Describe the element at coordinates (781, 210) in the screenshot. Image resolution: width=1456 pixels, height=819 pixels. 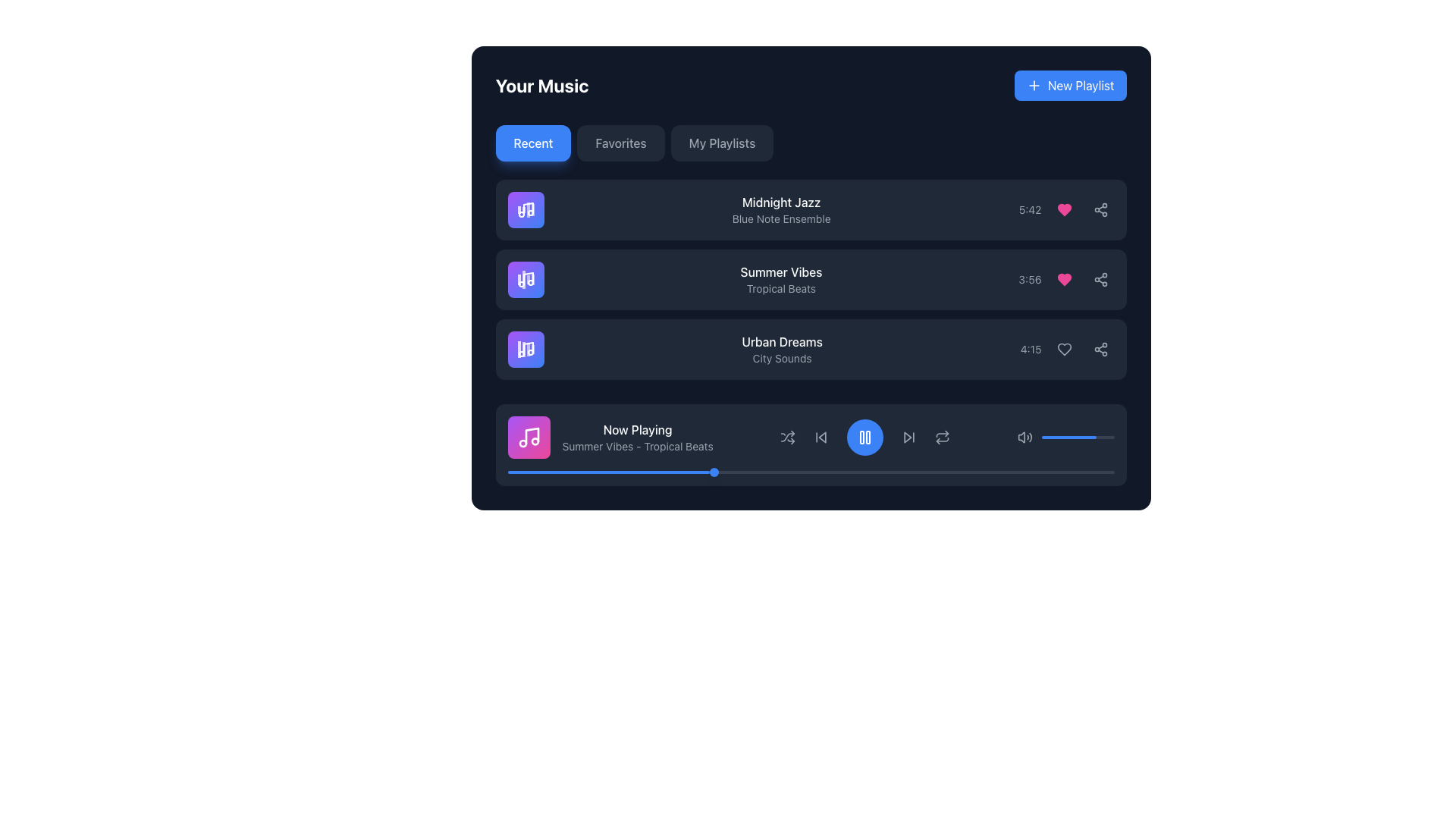
I see `the text display that shows the name and associated album or artist of a music track` at that location.